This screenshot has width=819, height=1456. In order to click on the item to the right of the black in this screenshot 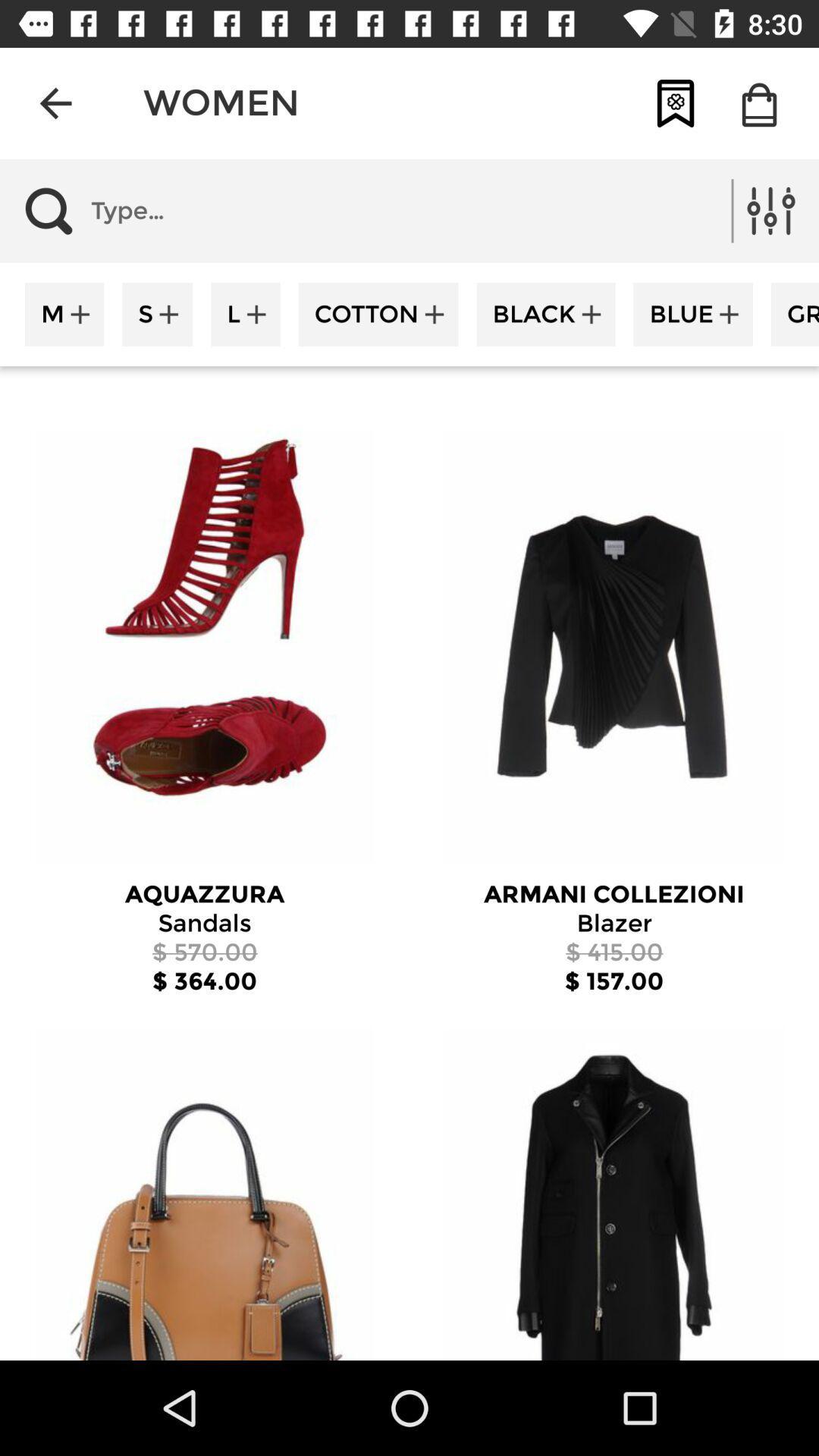, I will do `click(693, 313)`.